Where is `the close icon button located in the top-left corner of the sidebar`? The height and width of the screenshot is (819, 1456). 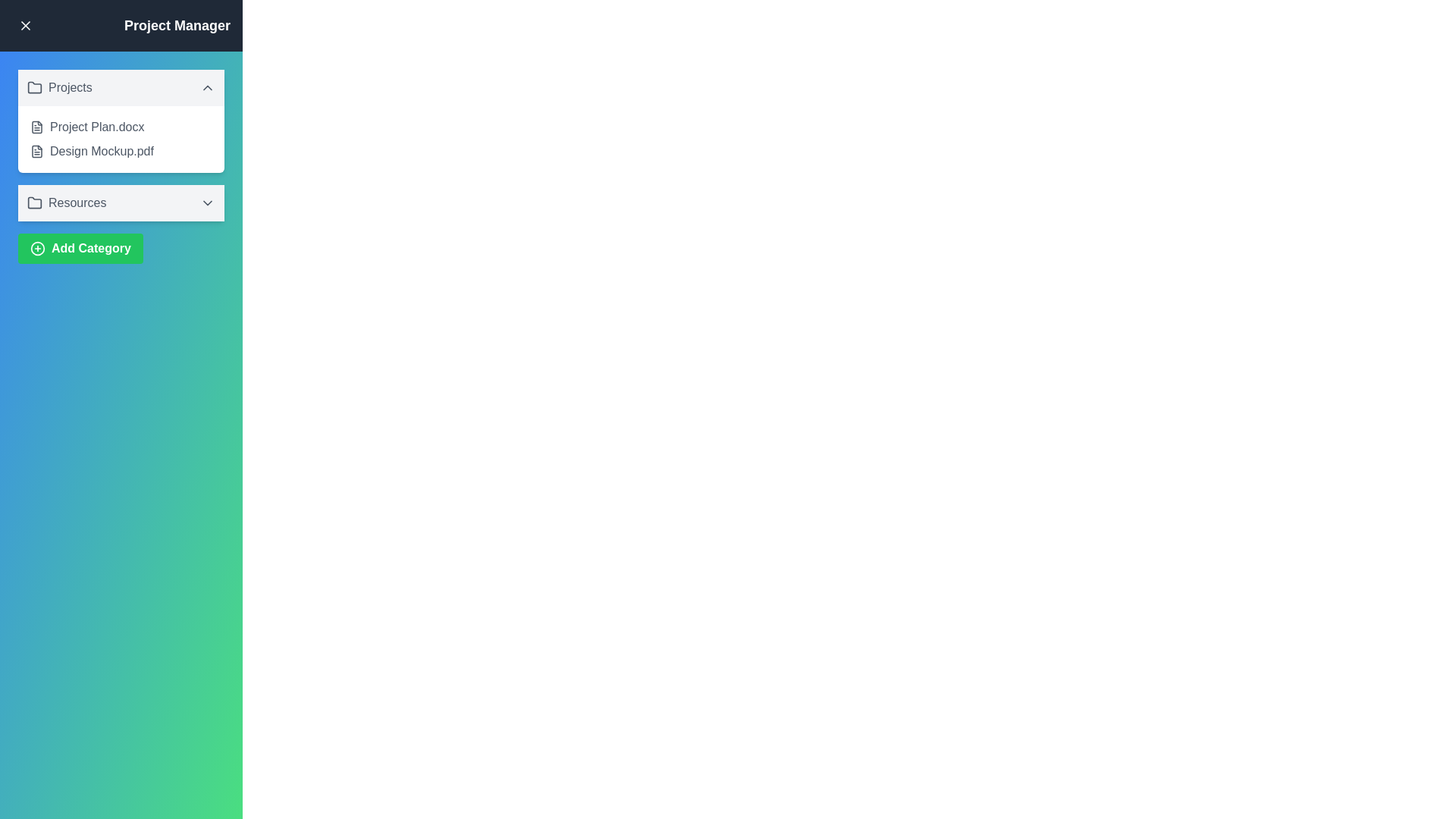
the close icon button located in the top-left corner of the sidebar is located at coordinates (25, 26).